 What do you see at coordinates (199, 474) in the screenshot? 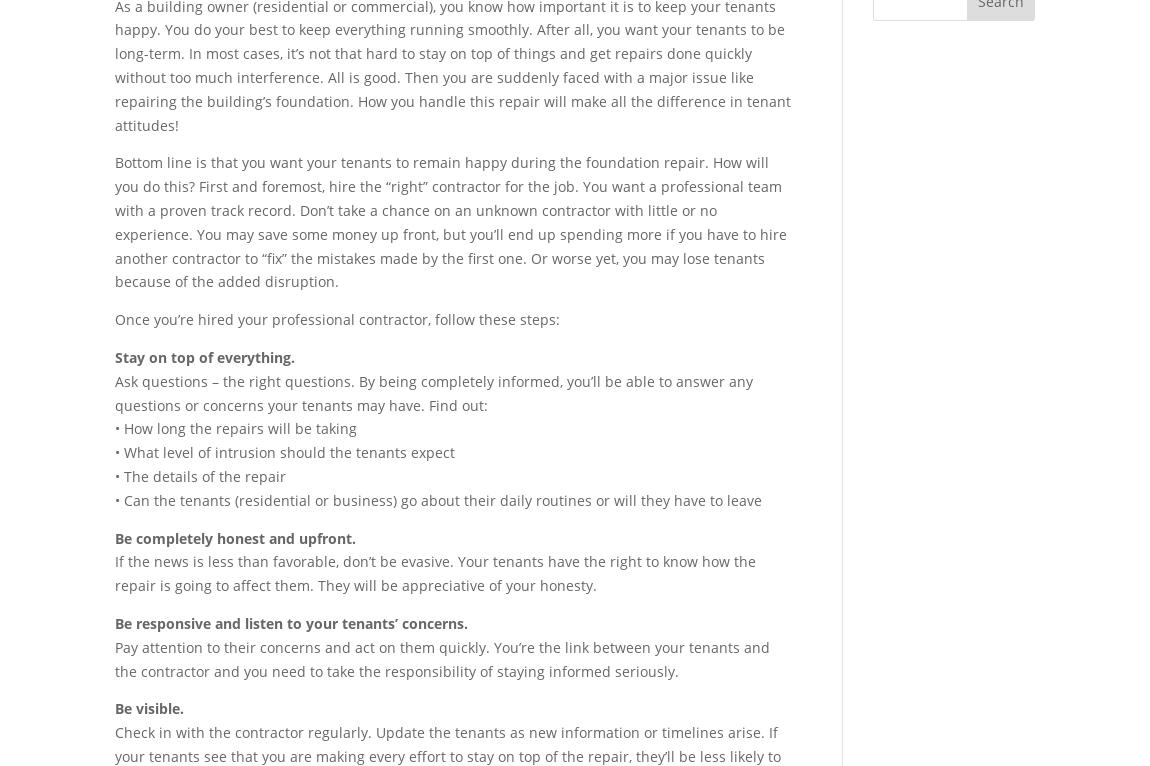
I see `'•	The details of the repair'` at bounding box center [199, 474].